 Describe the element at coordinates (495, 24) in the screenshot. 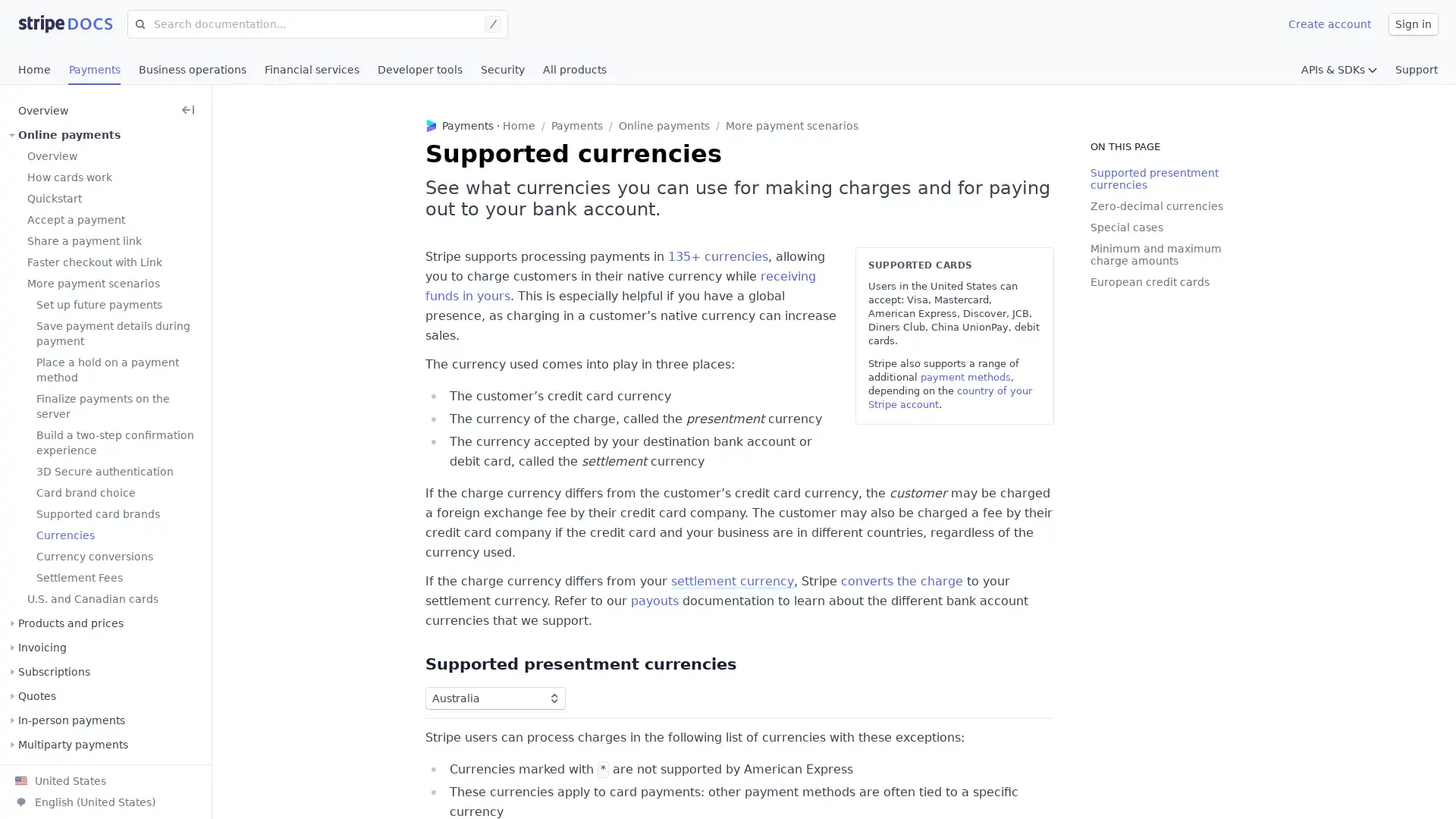

I see `Forward slash keyboard shortcut` at that location.